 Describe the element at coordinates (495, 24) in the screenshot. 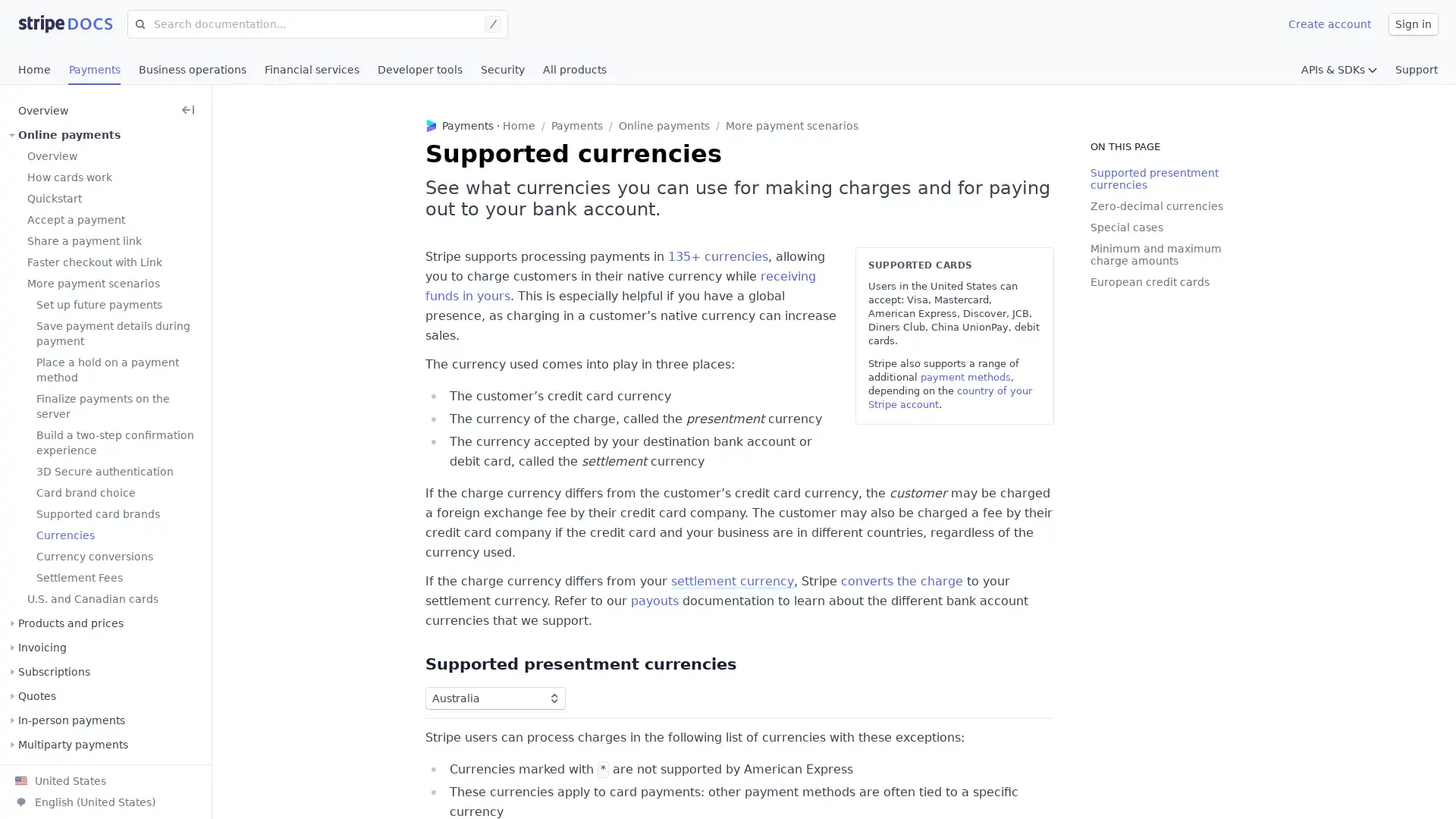

I see `Forward slash keyboard shortcut` at that location.